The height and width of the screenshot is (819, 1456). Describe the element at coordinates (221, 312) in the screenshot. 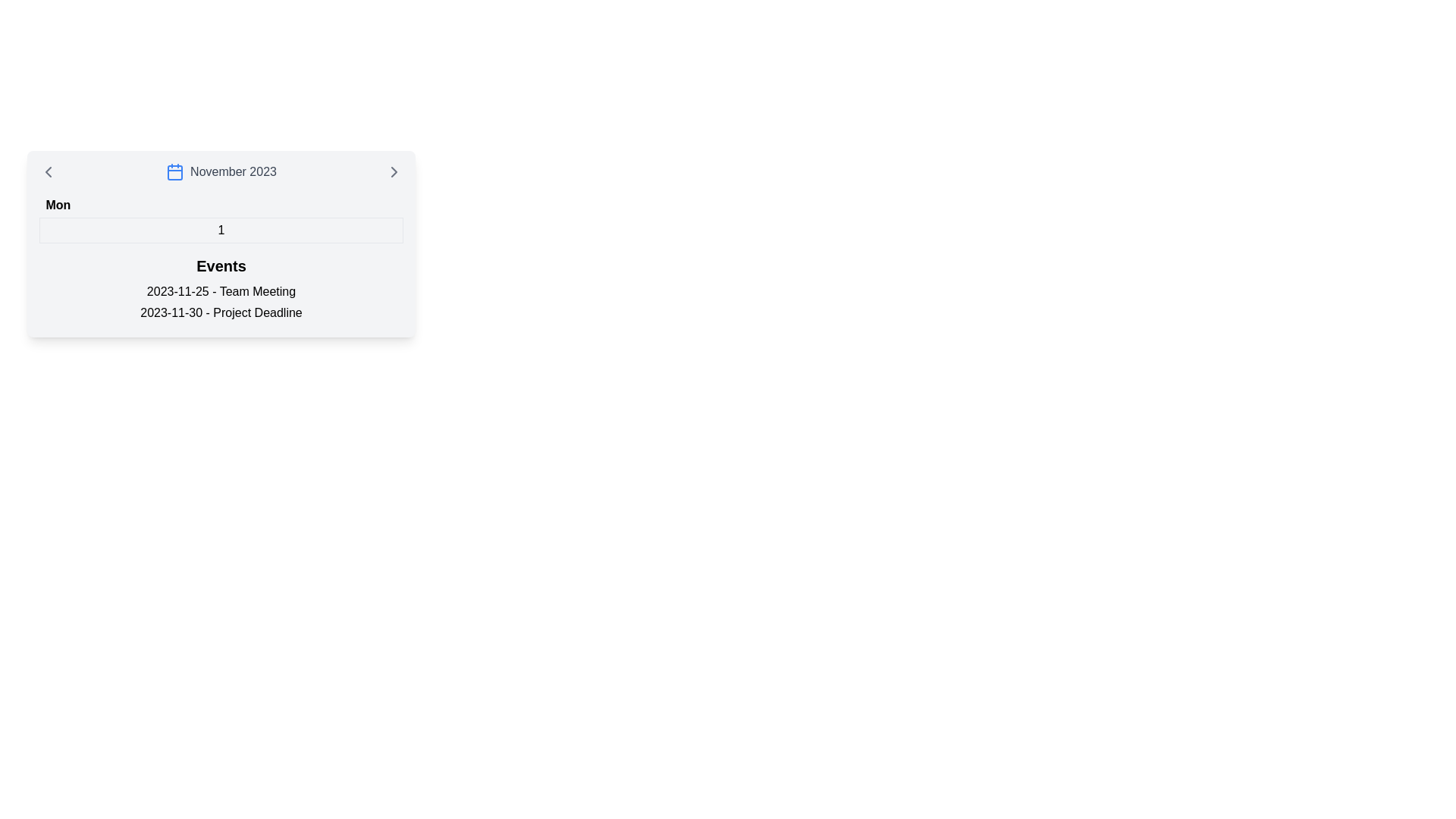

I see `the text label that indicates the project deadline, which is the second item in a list of events positioned in the center-right` at that location.